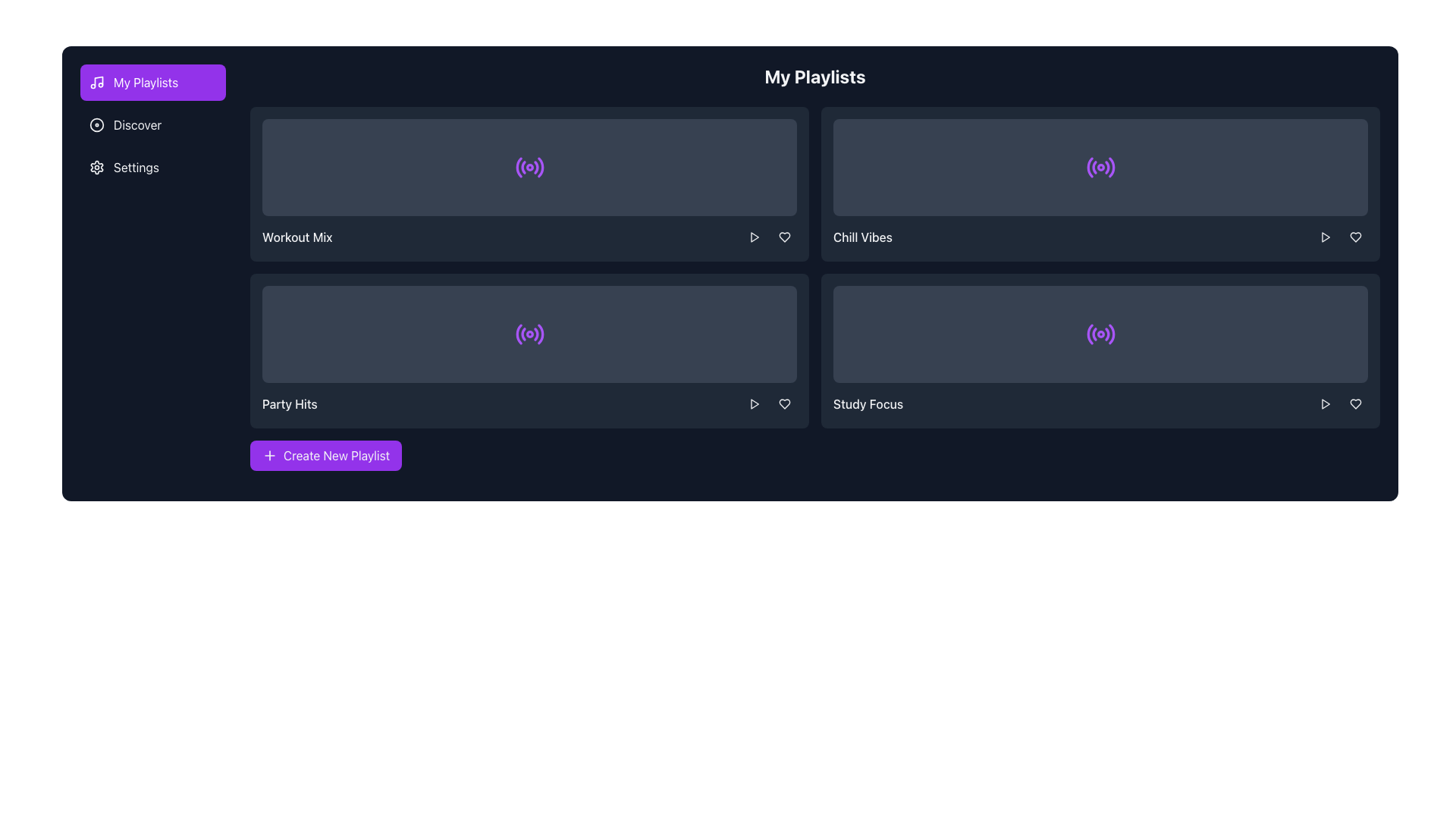 The image size is (1456, 819). I want to click on the play button icon located at the bottom-right corner of the 'Study Focus' playlist card, so click(1324, 403).